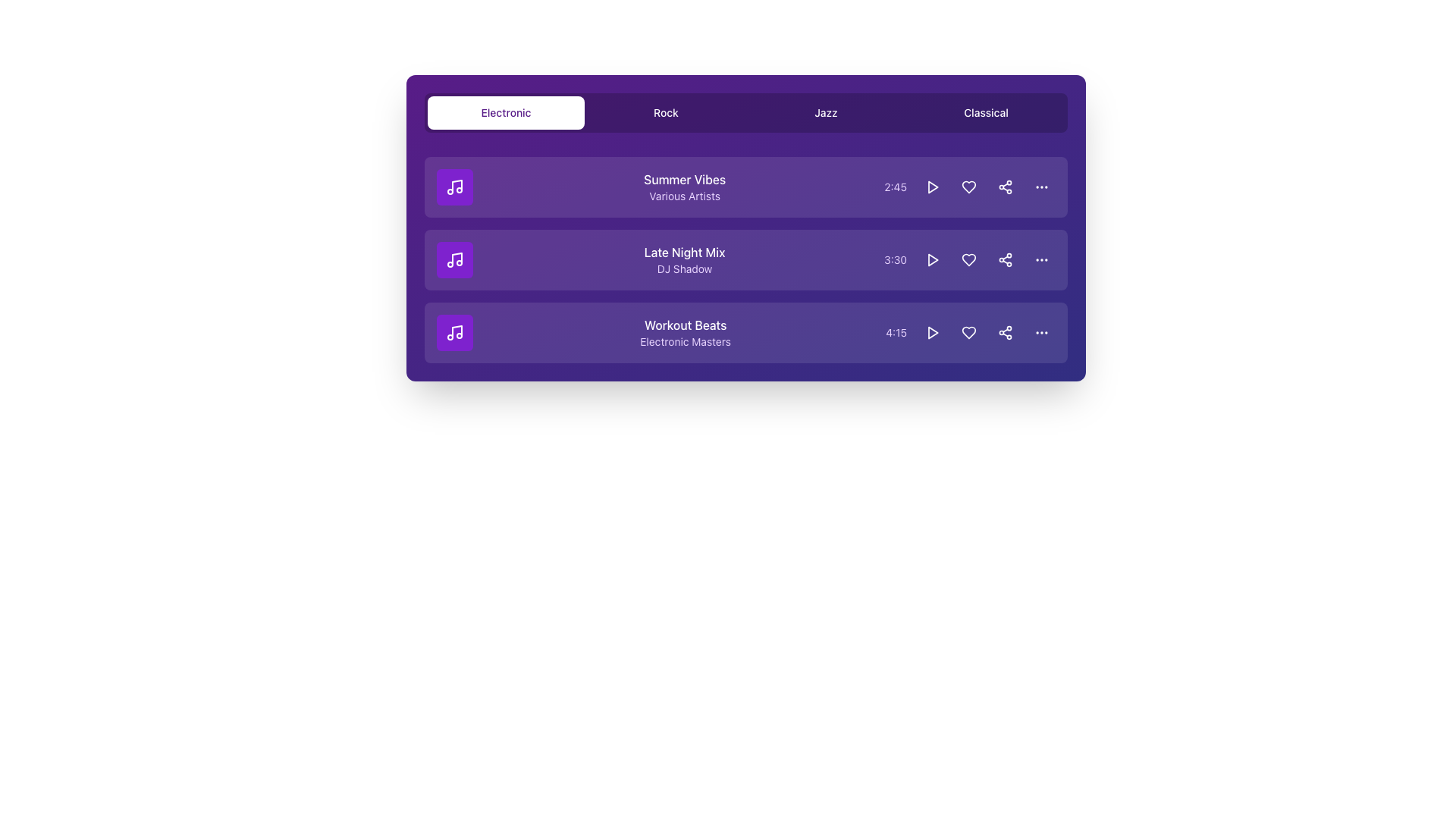 This screenshot has width=1456, height=819. I want to click on the triangular play icon located in the second row of the playlist, positioned to the right of the time duration '3:30' and to the left of the heart icon, to play the track, so click(932, 186).